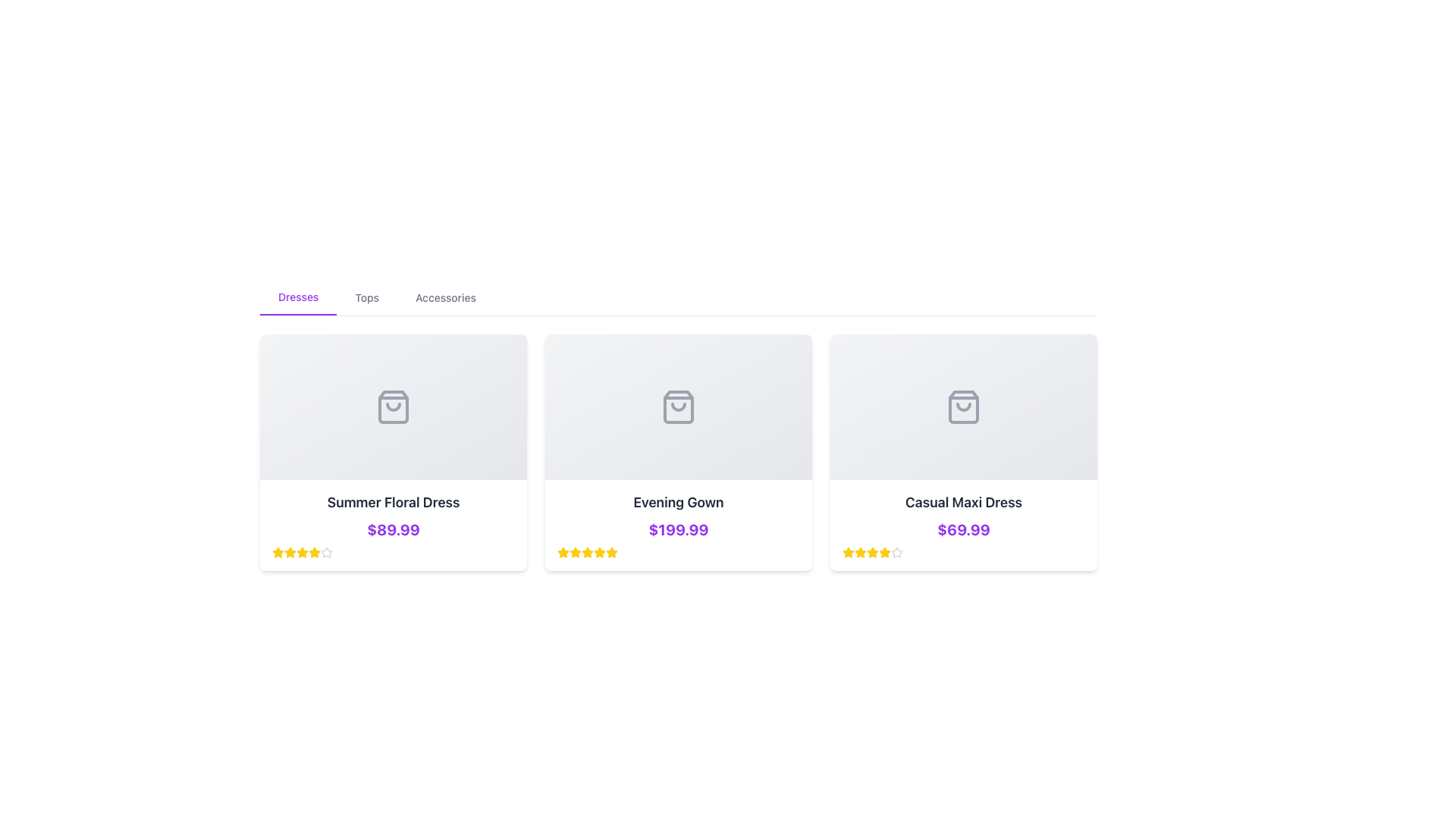 The height and width of the screenshot is (819, 1456). Describe the element at coordinates (367, 298) in the screenshot. I see `the 'Tops' interactive text label in the horizontal navigation bar` at that location.